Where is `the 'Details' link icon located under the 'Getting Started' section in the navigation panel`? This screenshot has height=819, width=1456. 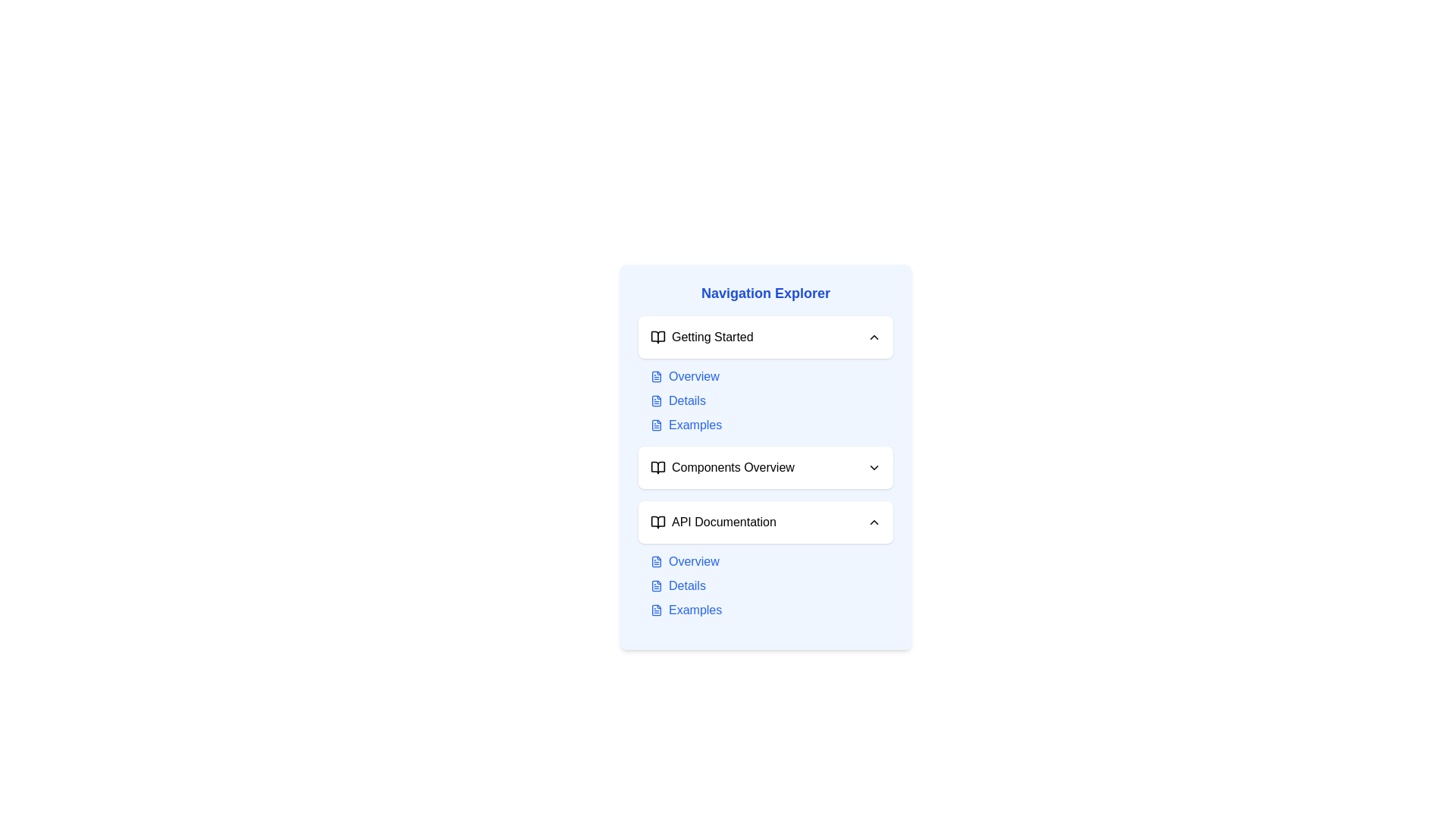
the 'Details' link icon located under the 'Getting Started' section in the navigation panel is located at coordinates (656, 400).